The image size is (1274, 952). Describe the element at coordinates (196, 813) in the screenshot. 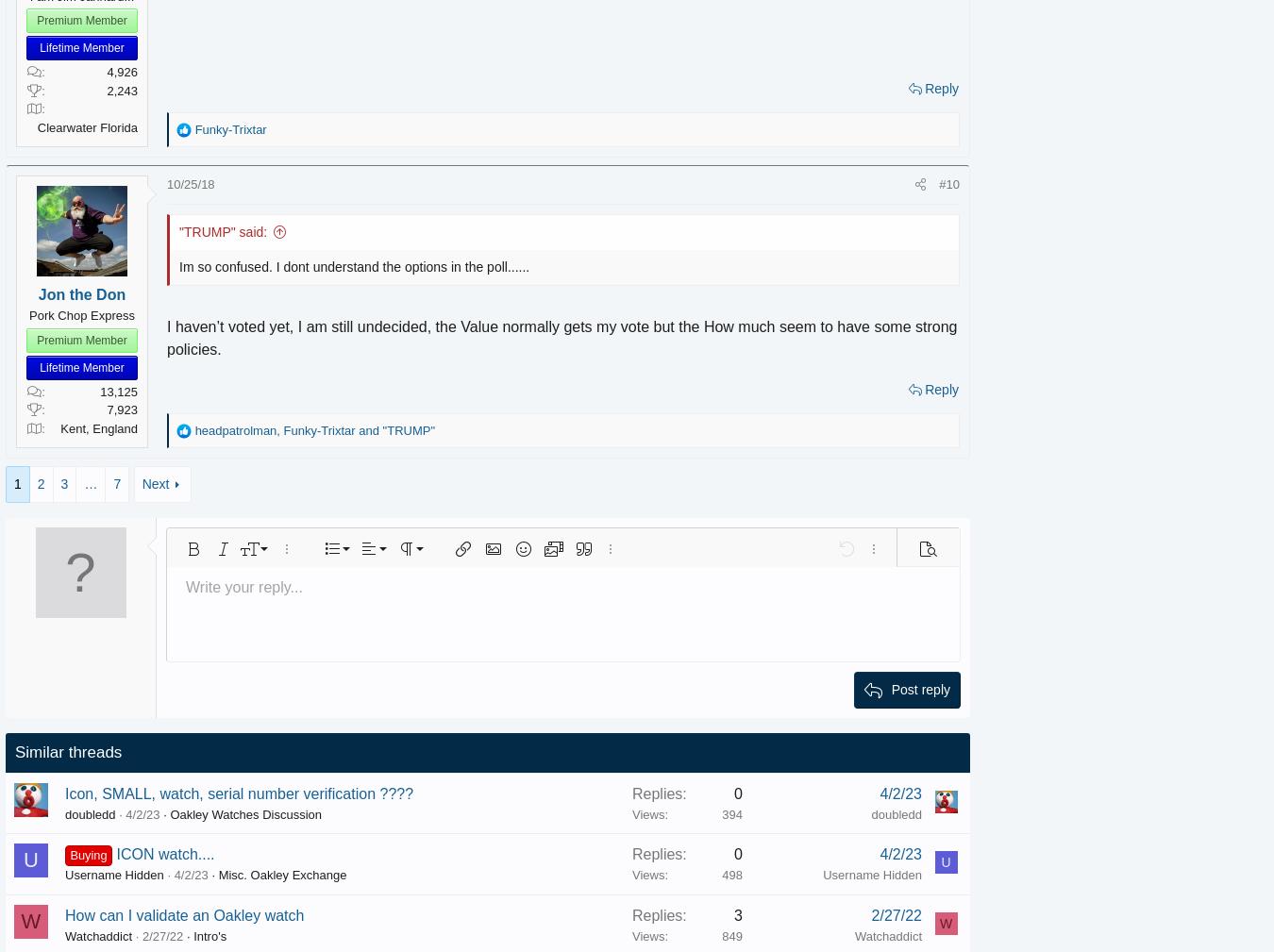

I see `'Oakley Watches Discussion'` at that location.